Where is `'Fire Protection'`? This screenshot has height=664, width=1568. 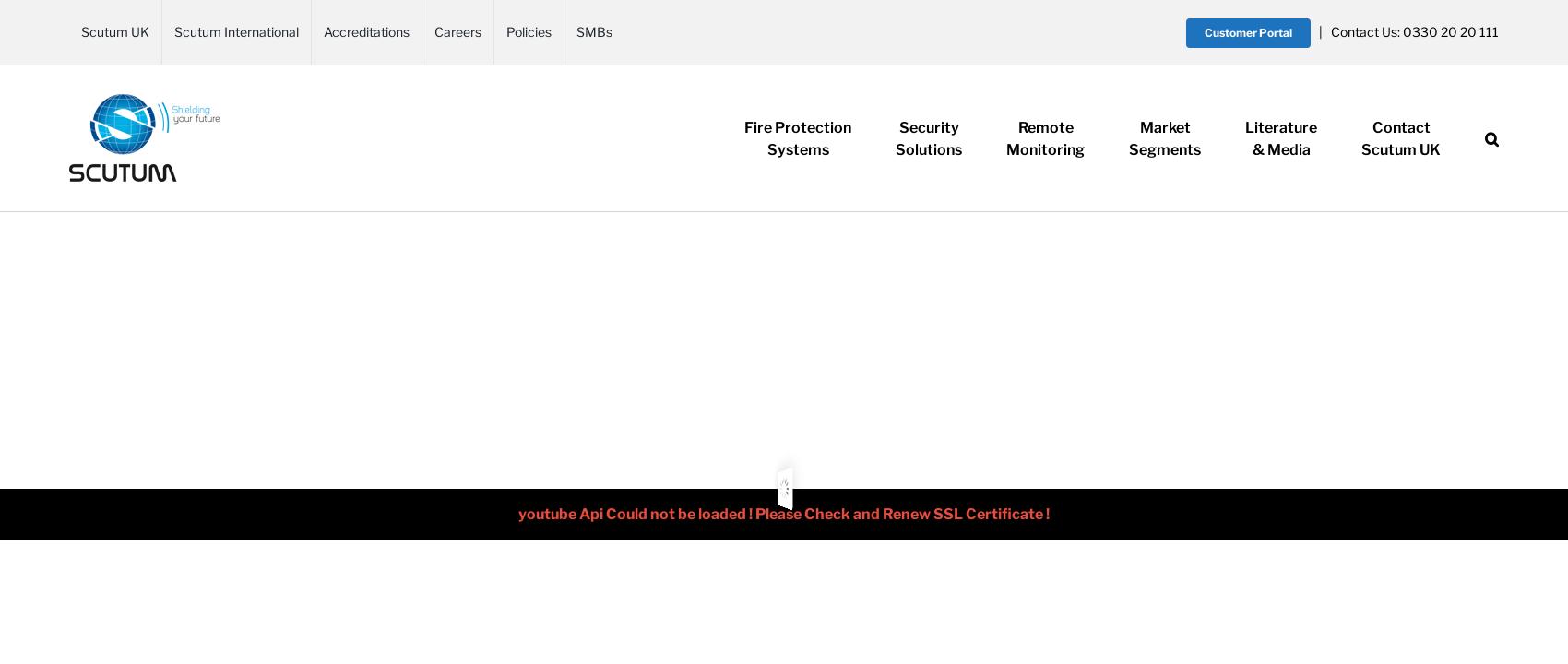
'Fire Protection' is located at coordinates (742, 126).